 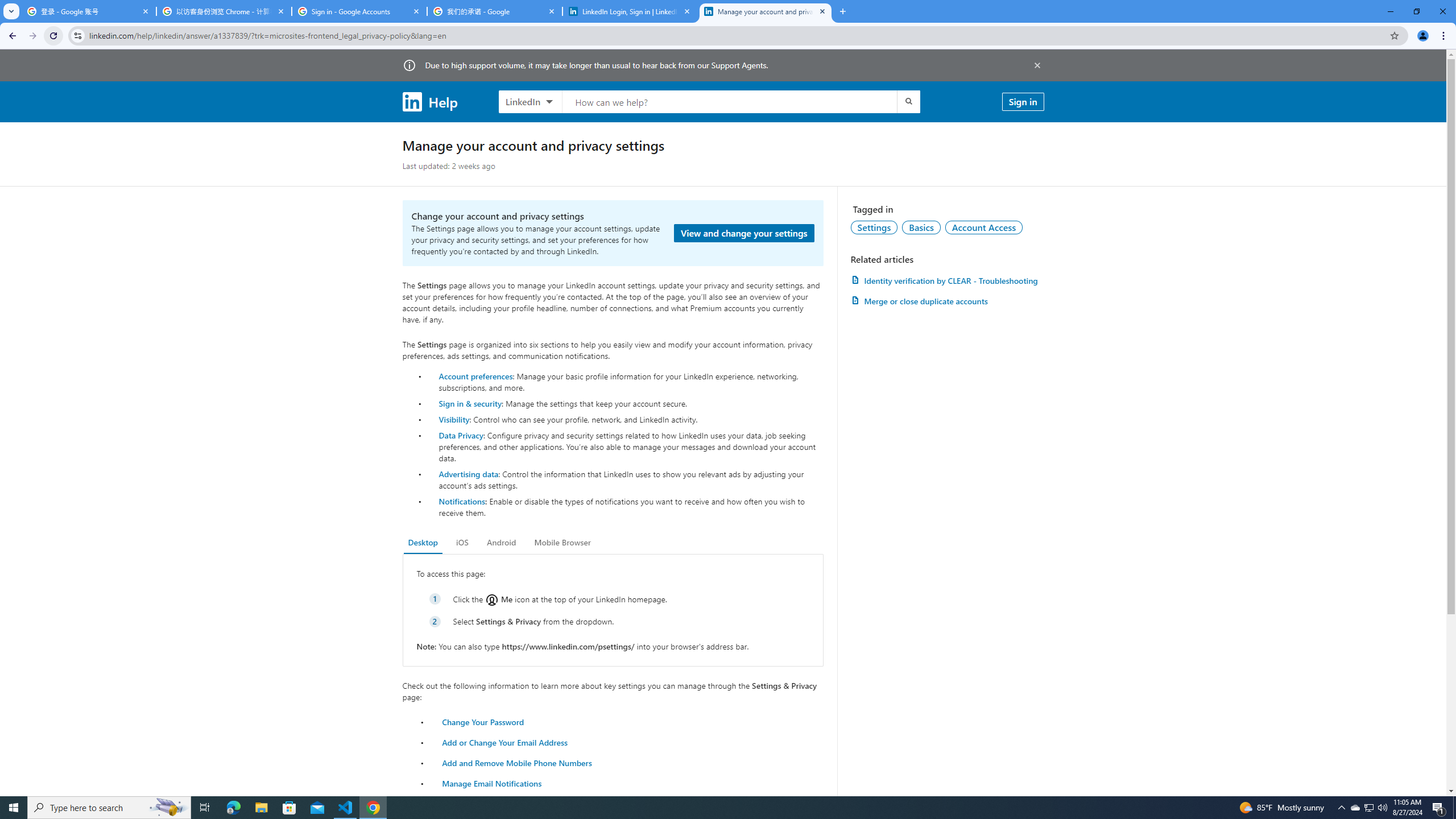 What do you see at coordinates (470, 403) in the screenshot?
I see `'Sign in & security'` at bounding box center [470, 403].